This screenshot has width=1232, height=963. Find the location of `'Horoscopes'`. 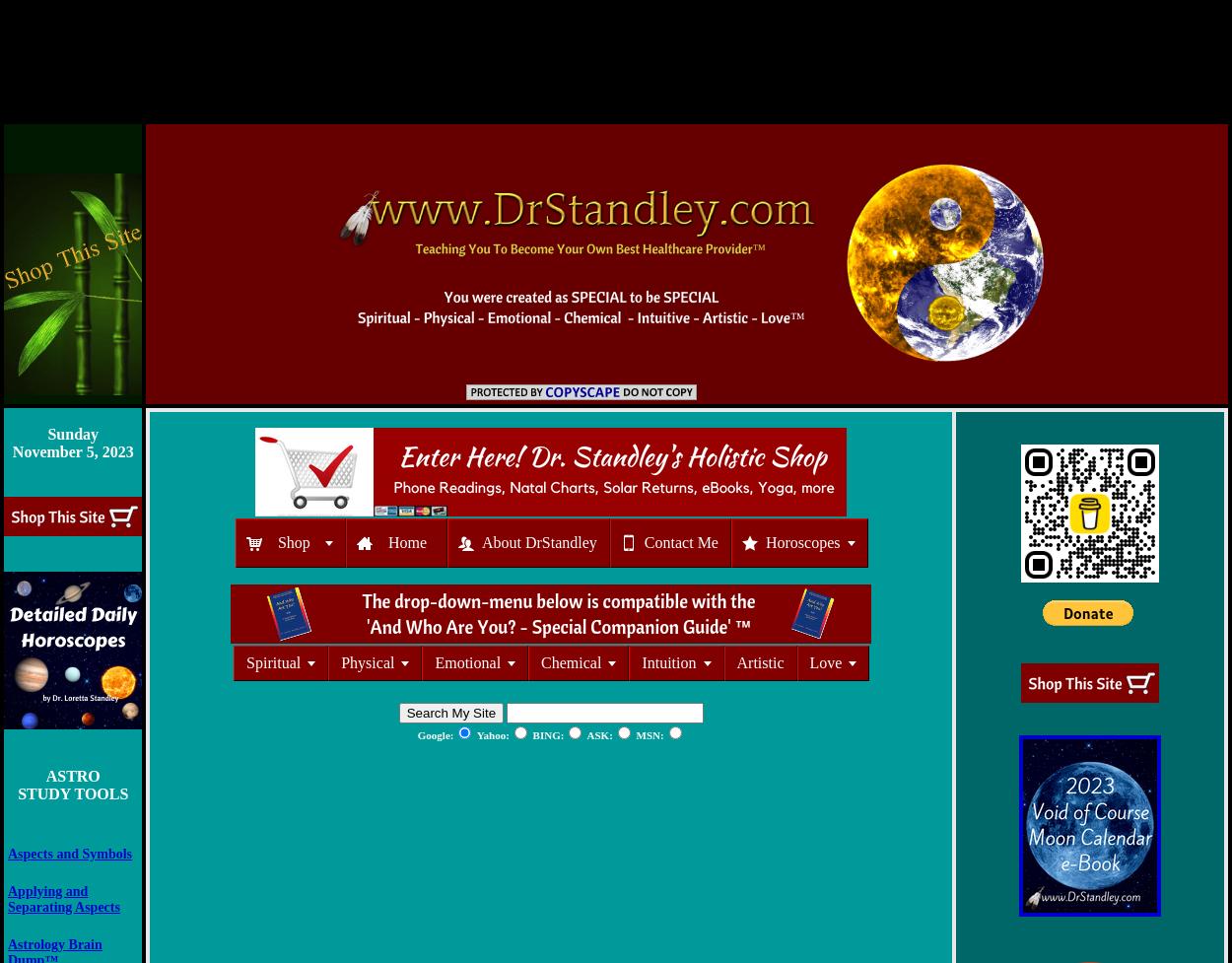

'Horoscopes' is located at coordinates (765, 541).